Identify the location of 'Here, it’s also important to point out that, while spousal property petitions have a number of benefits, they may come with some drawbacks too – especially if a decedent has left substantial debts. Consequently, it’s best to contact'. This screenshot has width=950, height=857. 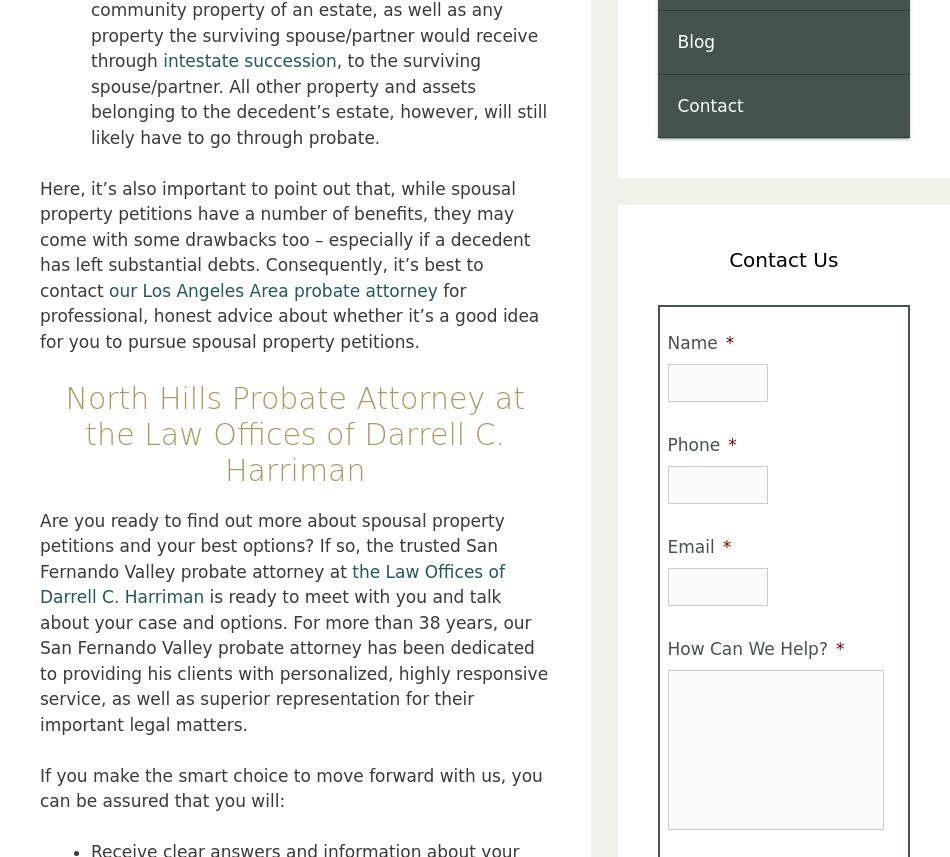
(284, 239).